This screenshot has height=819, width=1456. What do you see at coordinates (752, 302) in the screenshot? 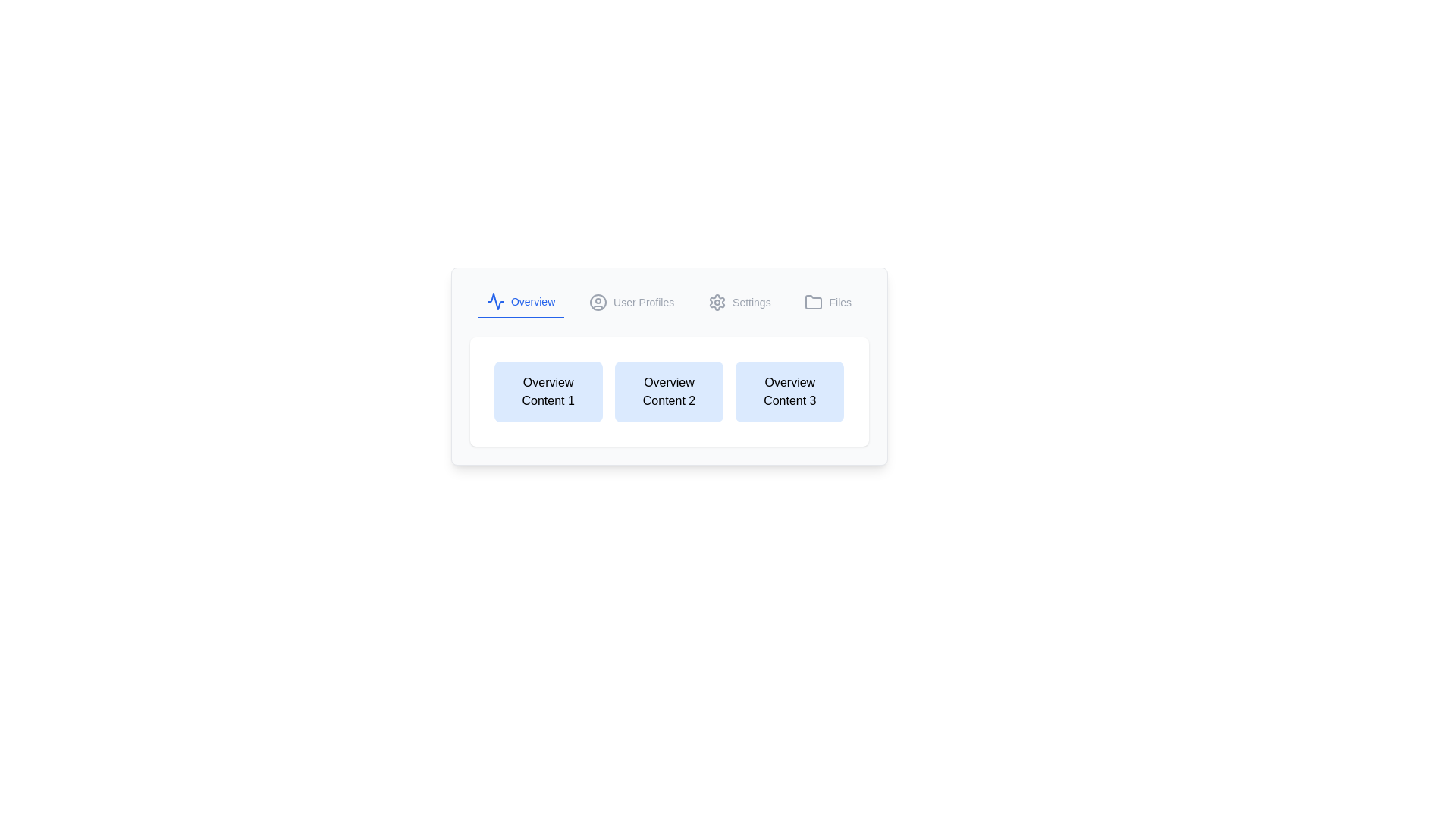
I see `the text label that describes the settings option, located in the top-right section of the interface, next to the gear icon` at bounding box center [752, 302].